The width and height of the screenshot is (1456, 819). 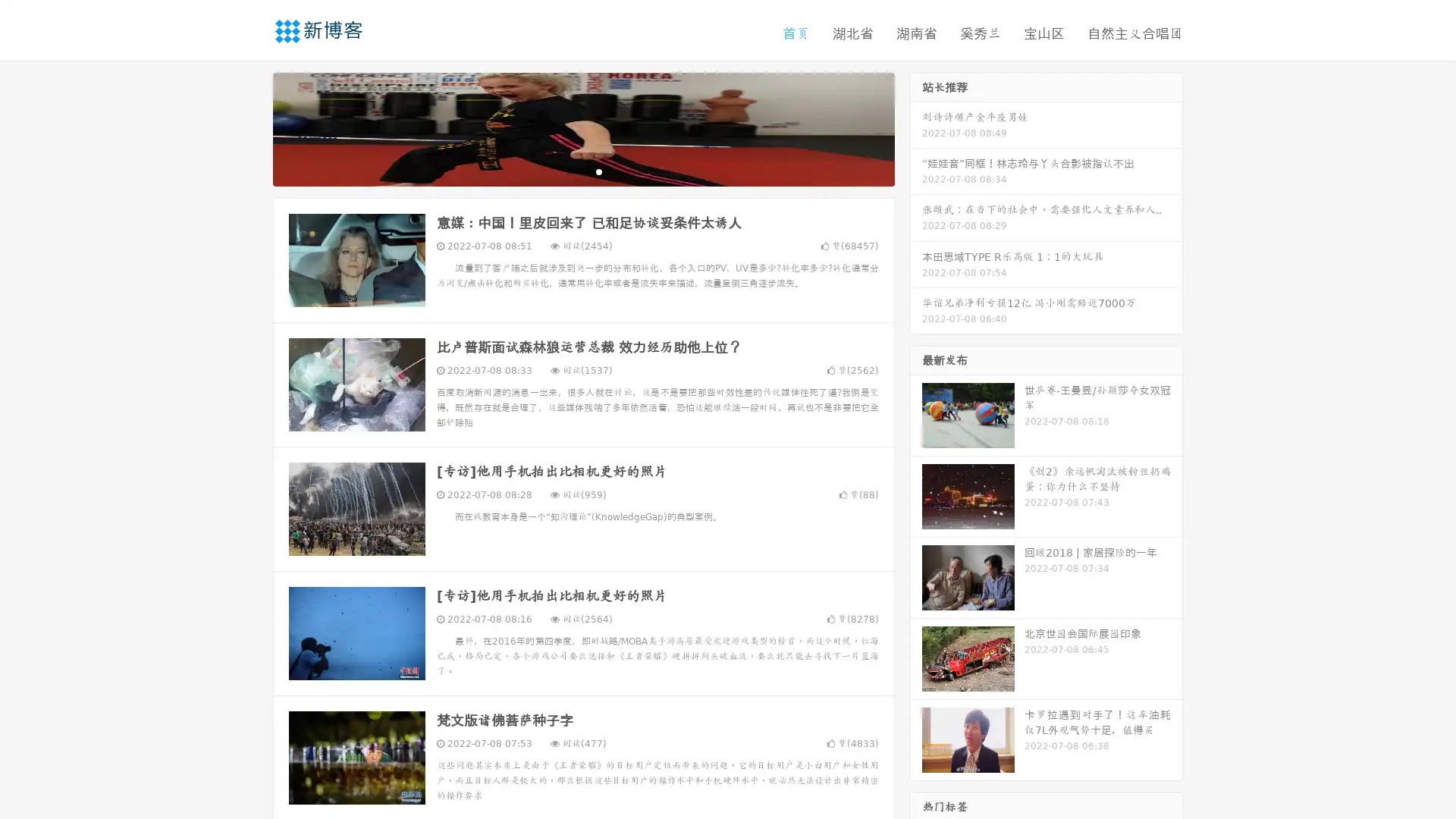 What do you see at coordinates (250, 127) in the screenshot?
I see `Previous slide` at bounding box center [250, 127].